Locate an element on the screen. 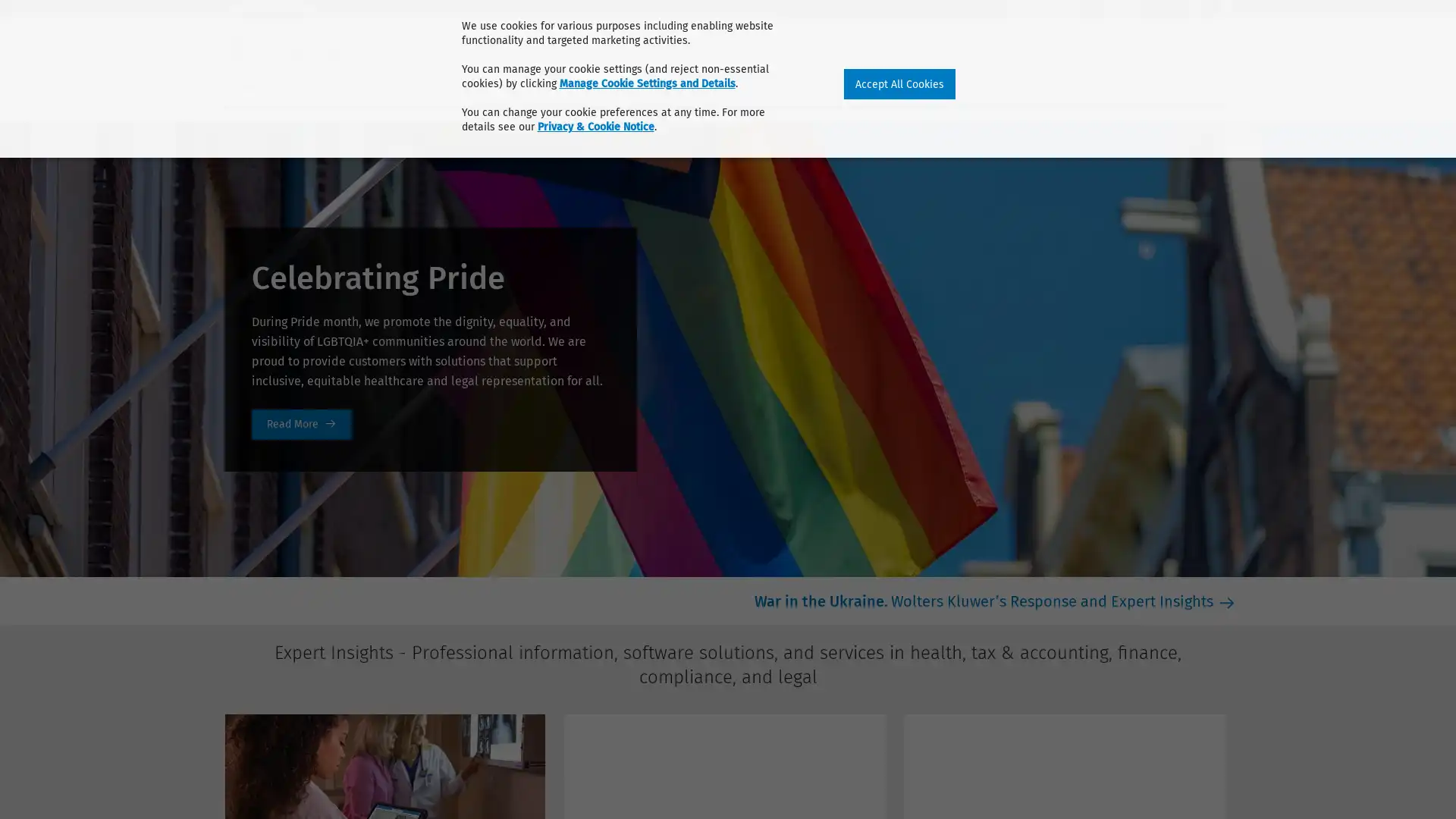  Compliance is located at coordinates (575, 85).